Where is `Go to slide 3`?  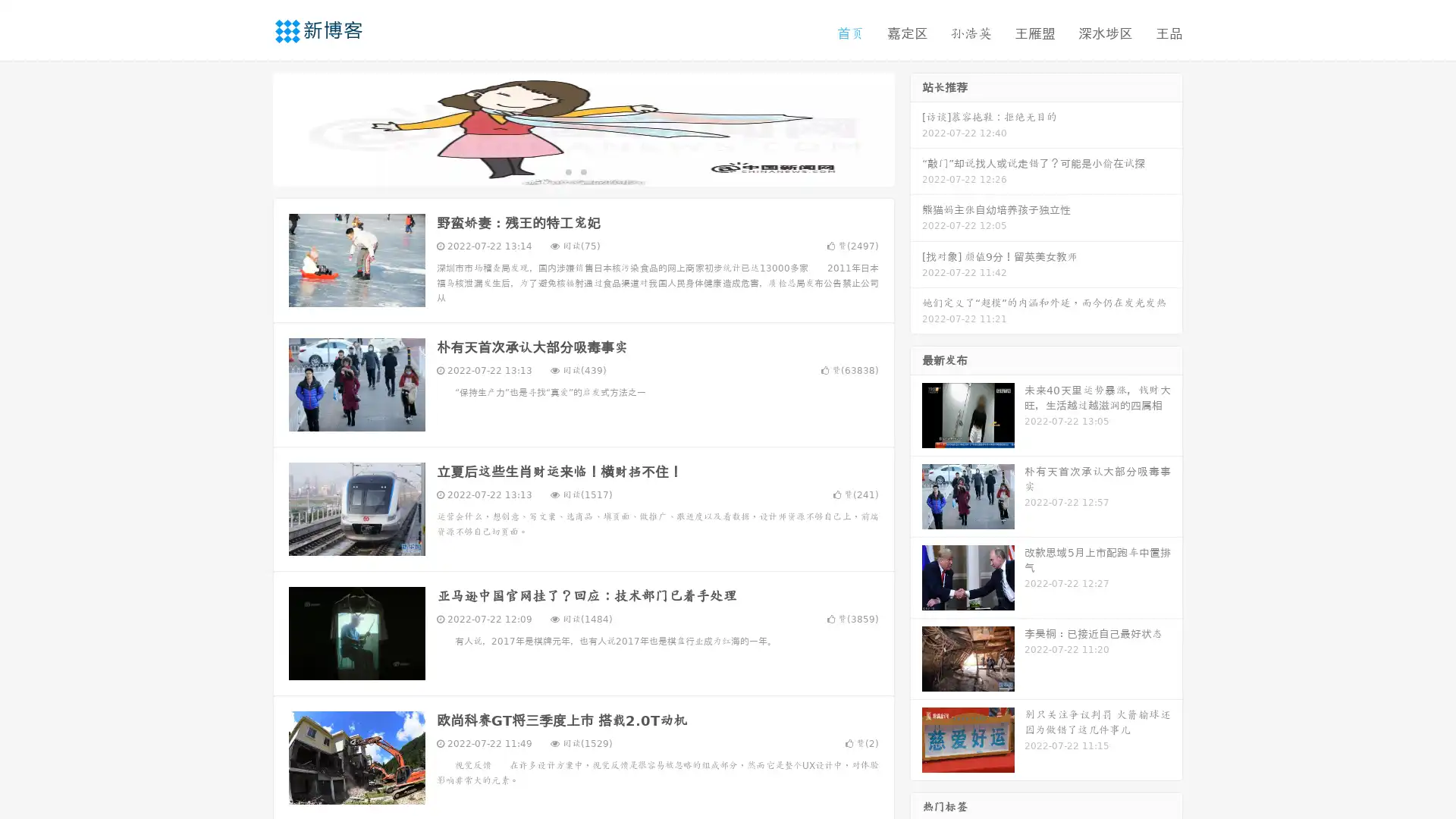 Go to slide 3 is located at coordinates (598, 171).